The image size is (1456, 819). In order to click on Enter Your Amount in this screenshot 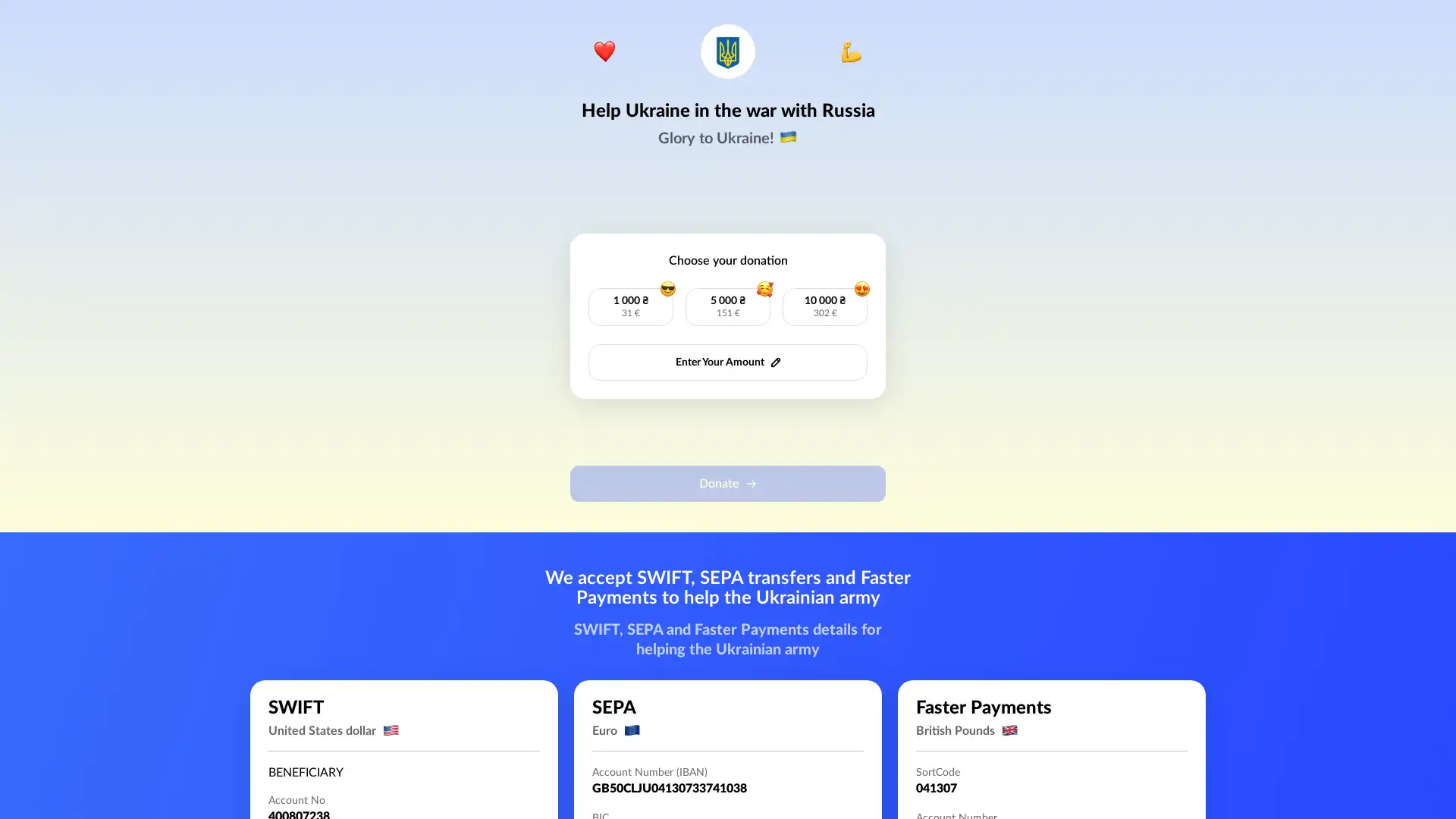, I will do `click(728, 362)`.